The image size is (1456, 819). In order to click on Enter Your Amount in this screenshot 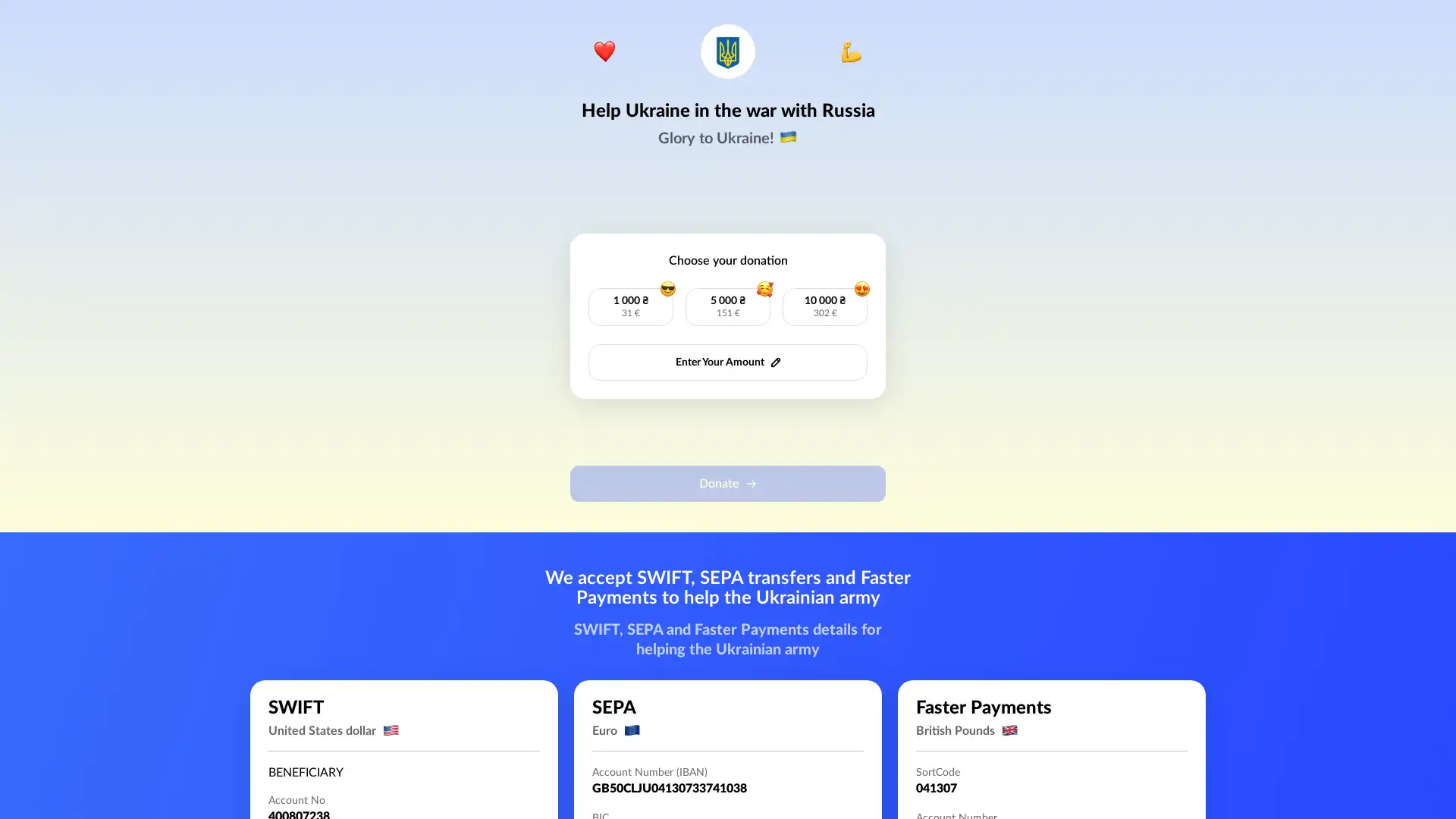, I will do `click(728, 362)`.